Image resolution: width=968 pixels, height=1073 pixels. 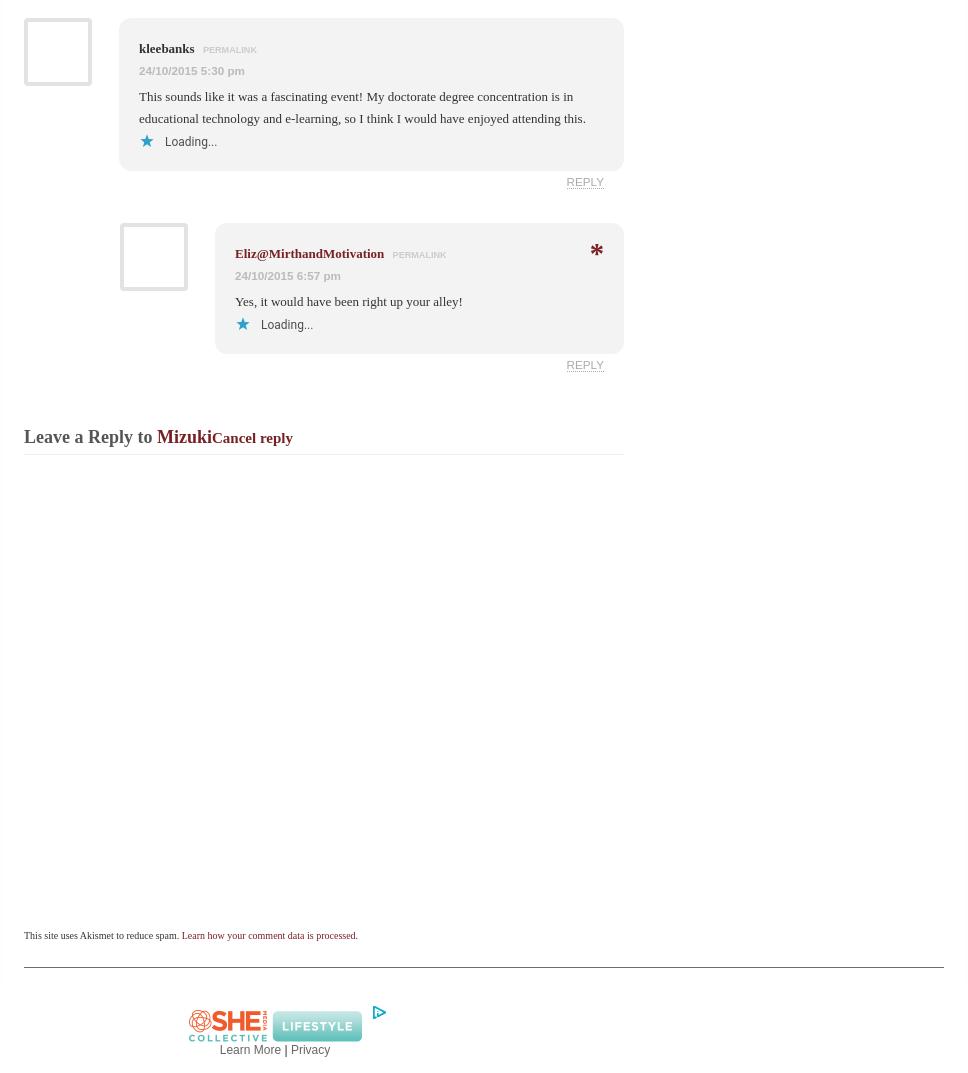 What do you see at coordinates (596, 251) in the screenshot?
I see `'*'` at bounding box center [596, 251].